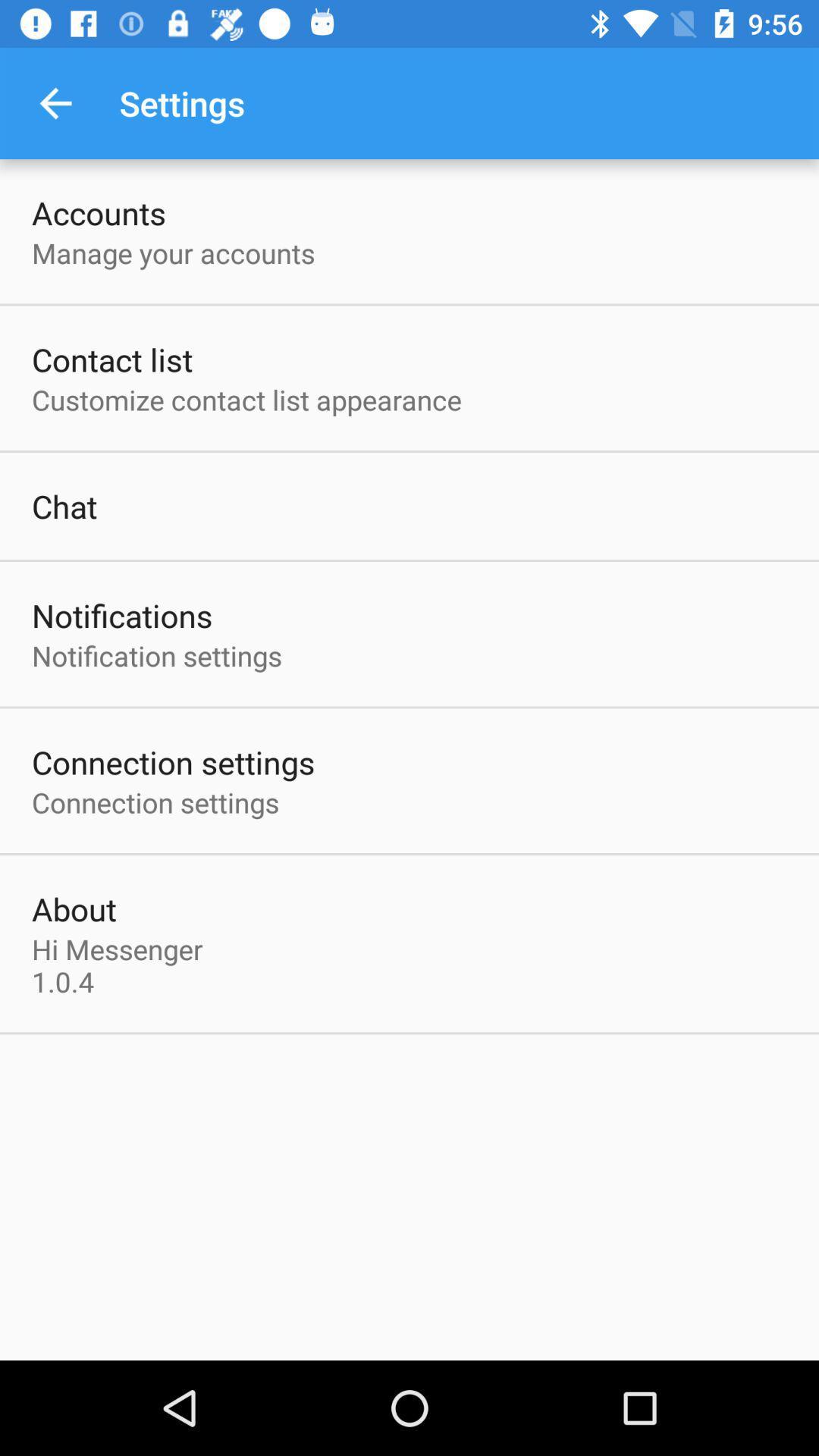  Describe the element at coordinates (157, 655) in the screenshot. I see `the icon below the notifications item` at that location.